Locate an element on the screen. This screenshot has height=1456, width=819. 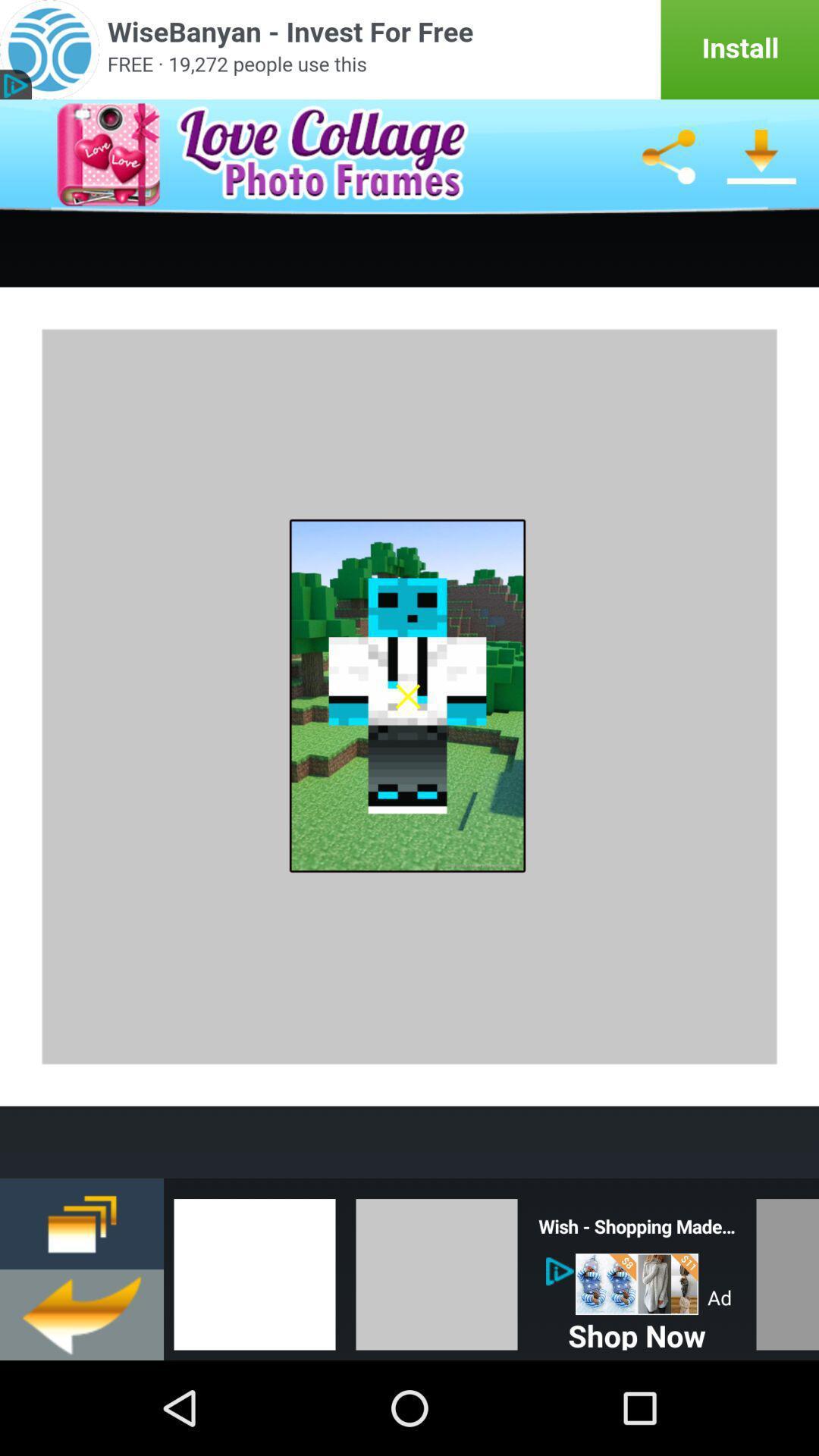
shop now is located at coordinates (637, 1332).